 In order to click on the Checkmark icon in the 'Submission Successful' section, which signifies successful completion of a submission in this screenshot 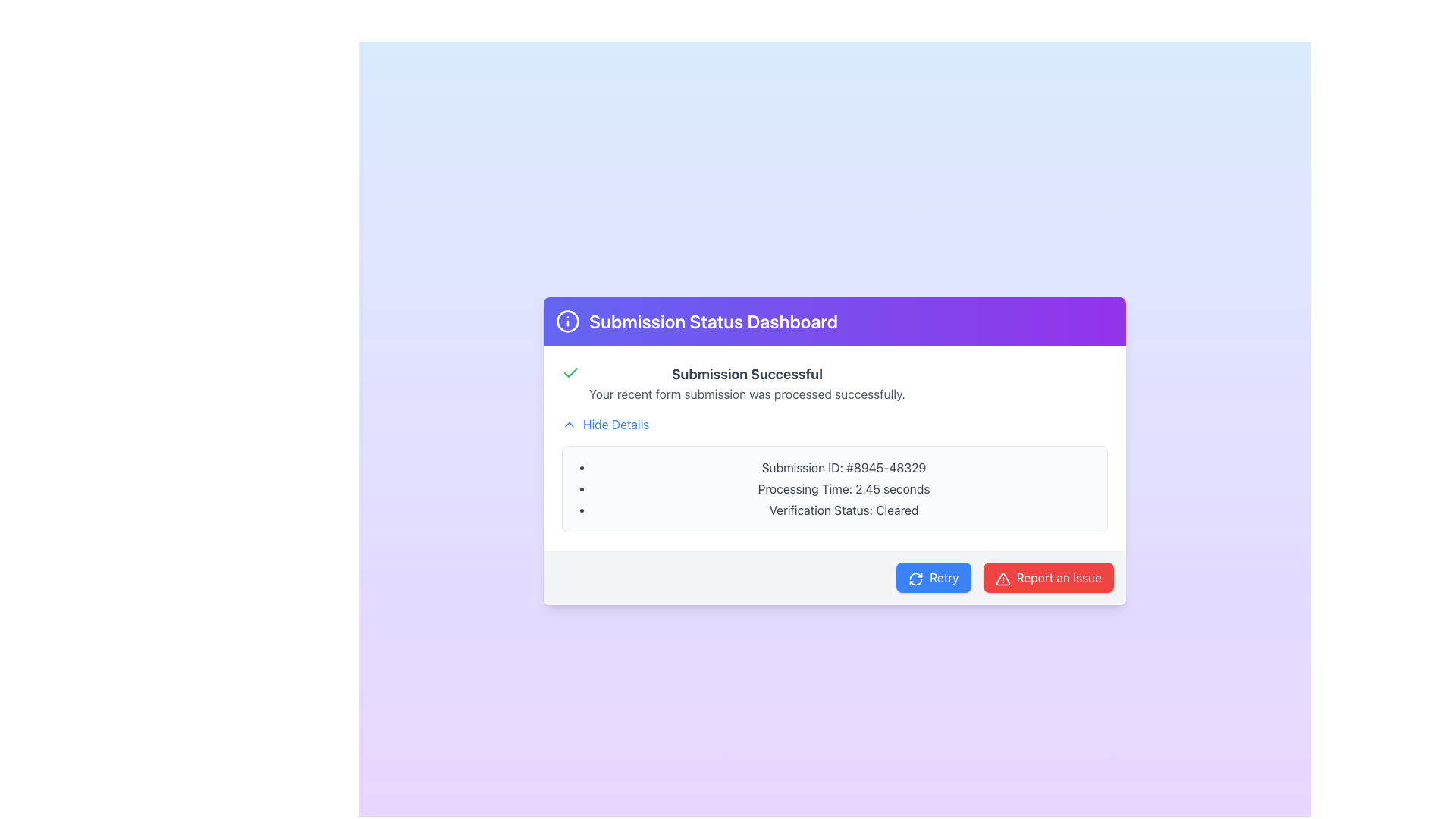, I will do `click(570, 373)`.